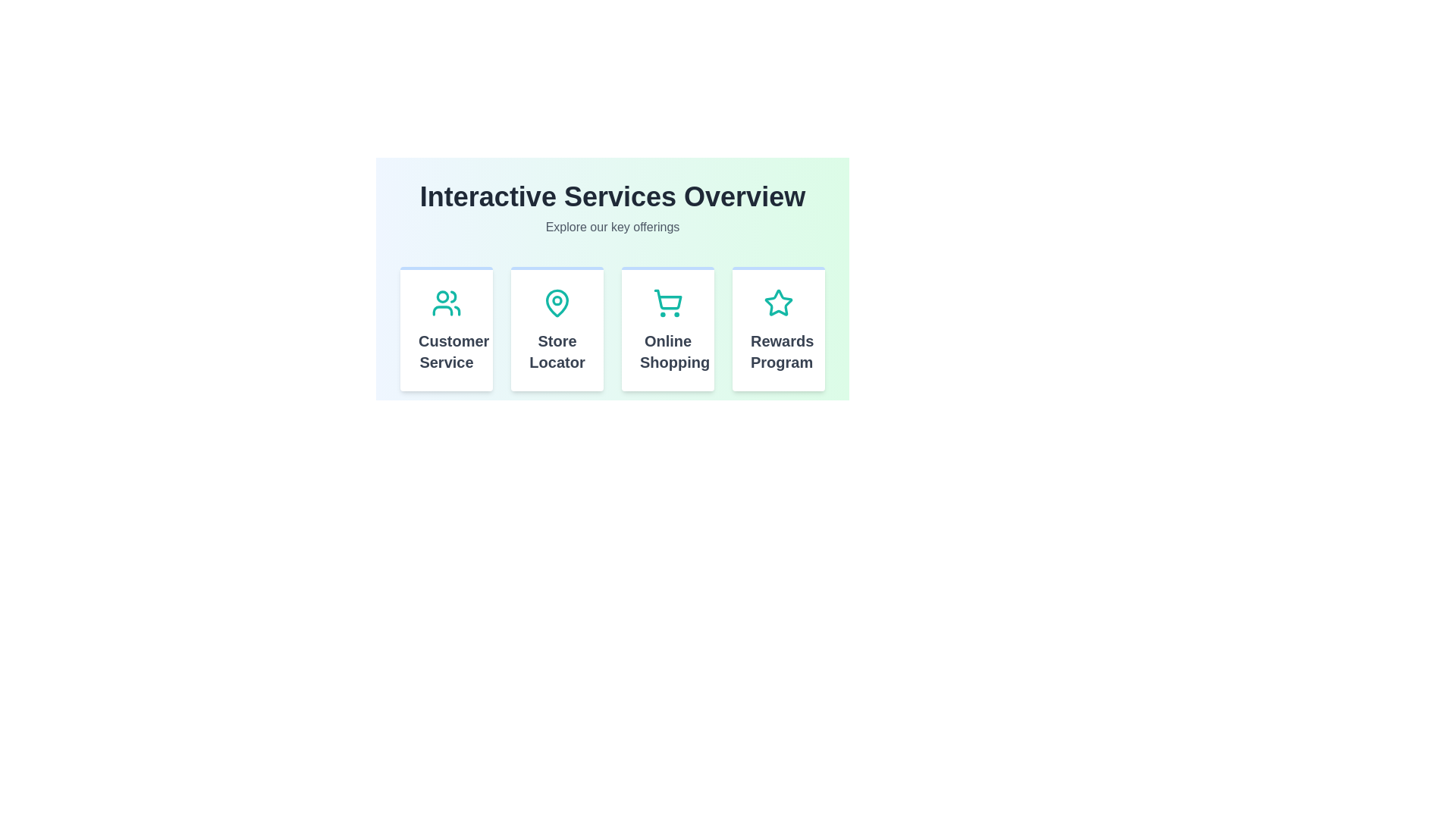  Describe the element at coordinates (667, 303) in the screenshot. I see `the online shopping icon located` at that location.